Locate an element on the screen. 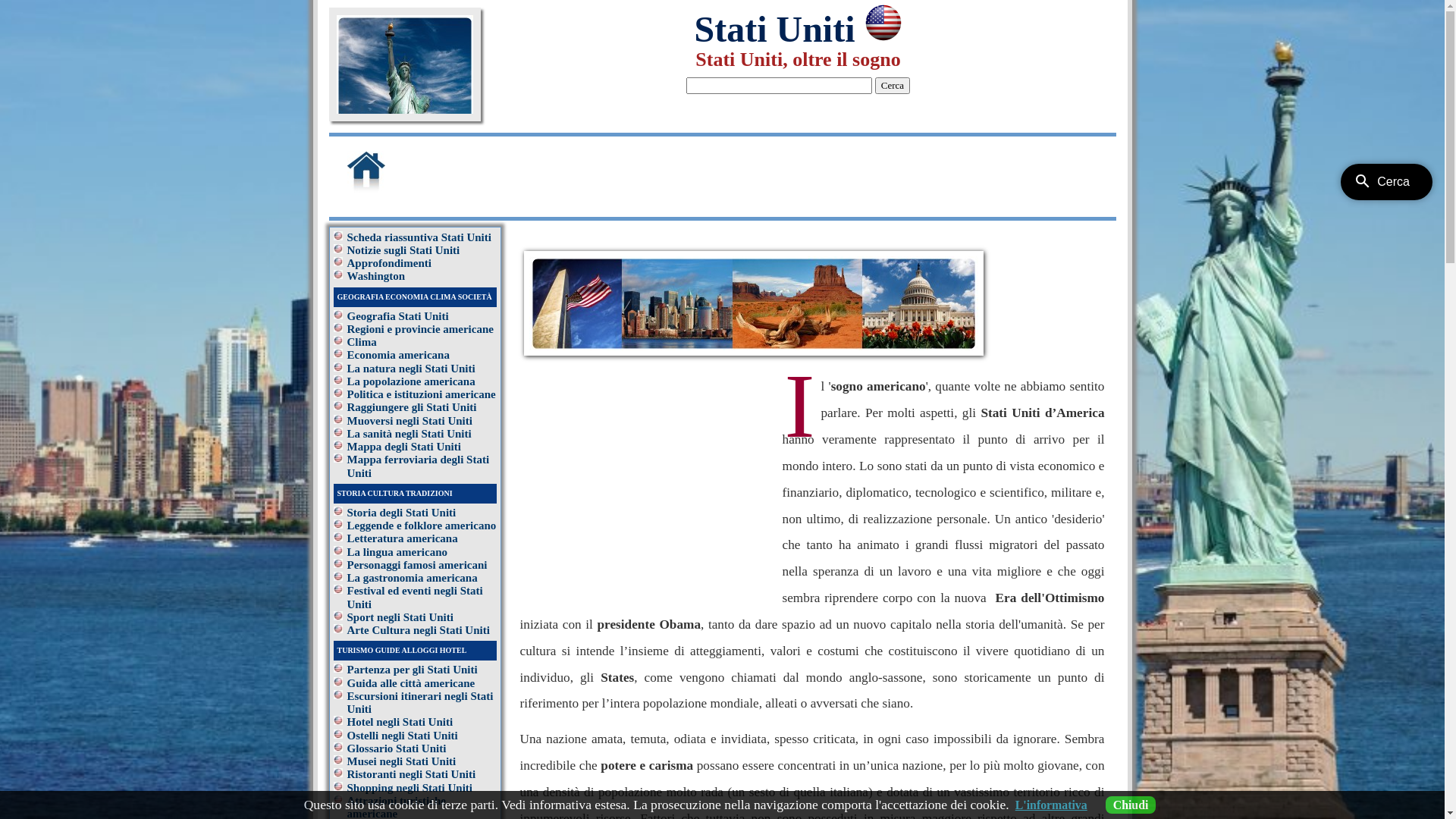  'Ristoranti negli Stati Uniti' is located at coordinates (411, 774).